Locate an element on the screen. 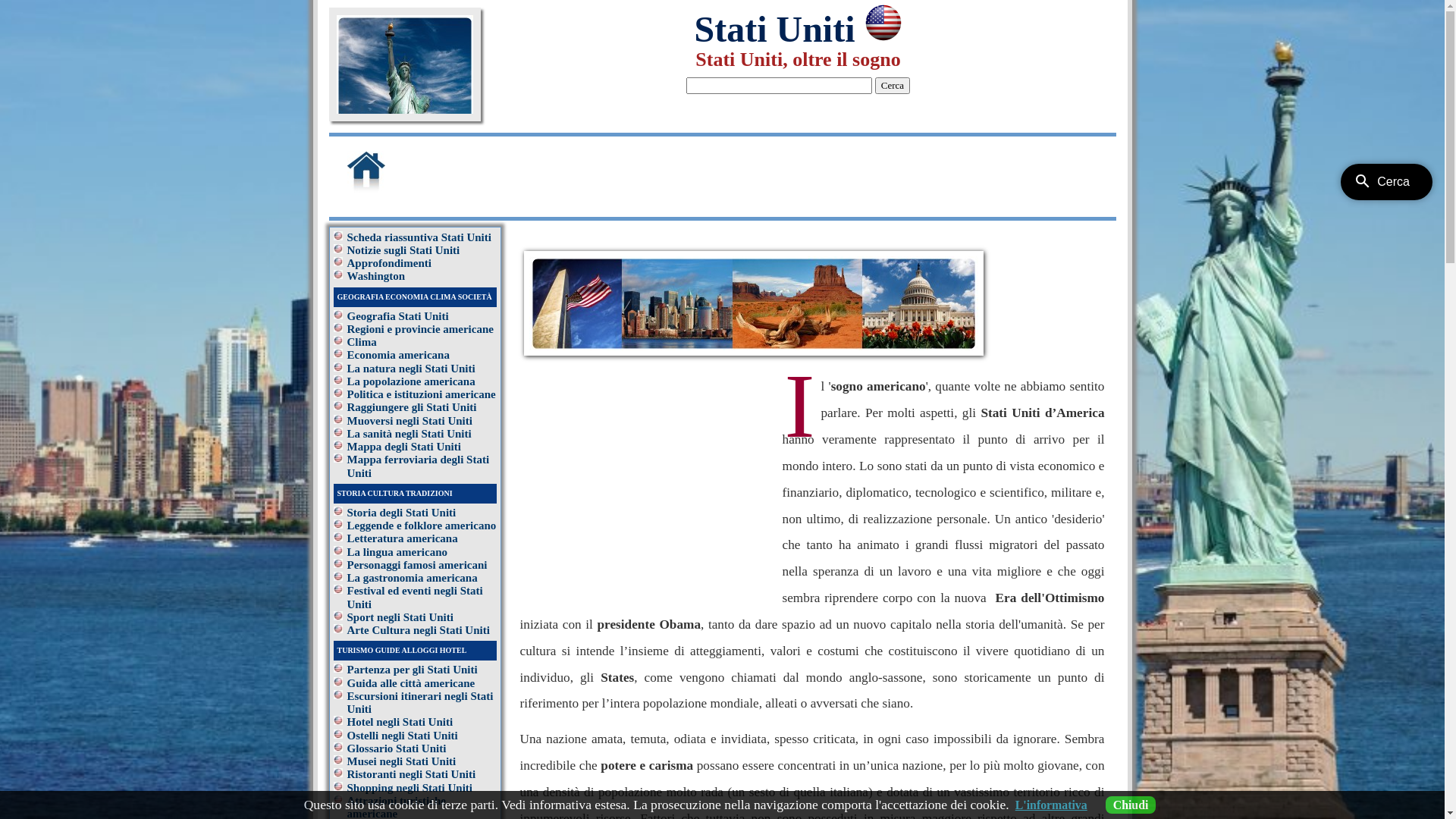  'Ristoranti negli Stati Uniti' is located at coordinates (411, 774).